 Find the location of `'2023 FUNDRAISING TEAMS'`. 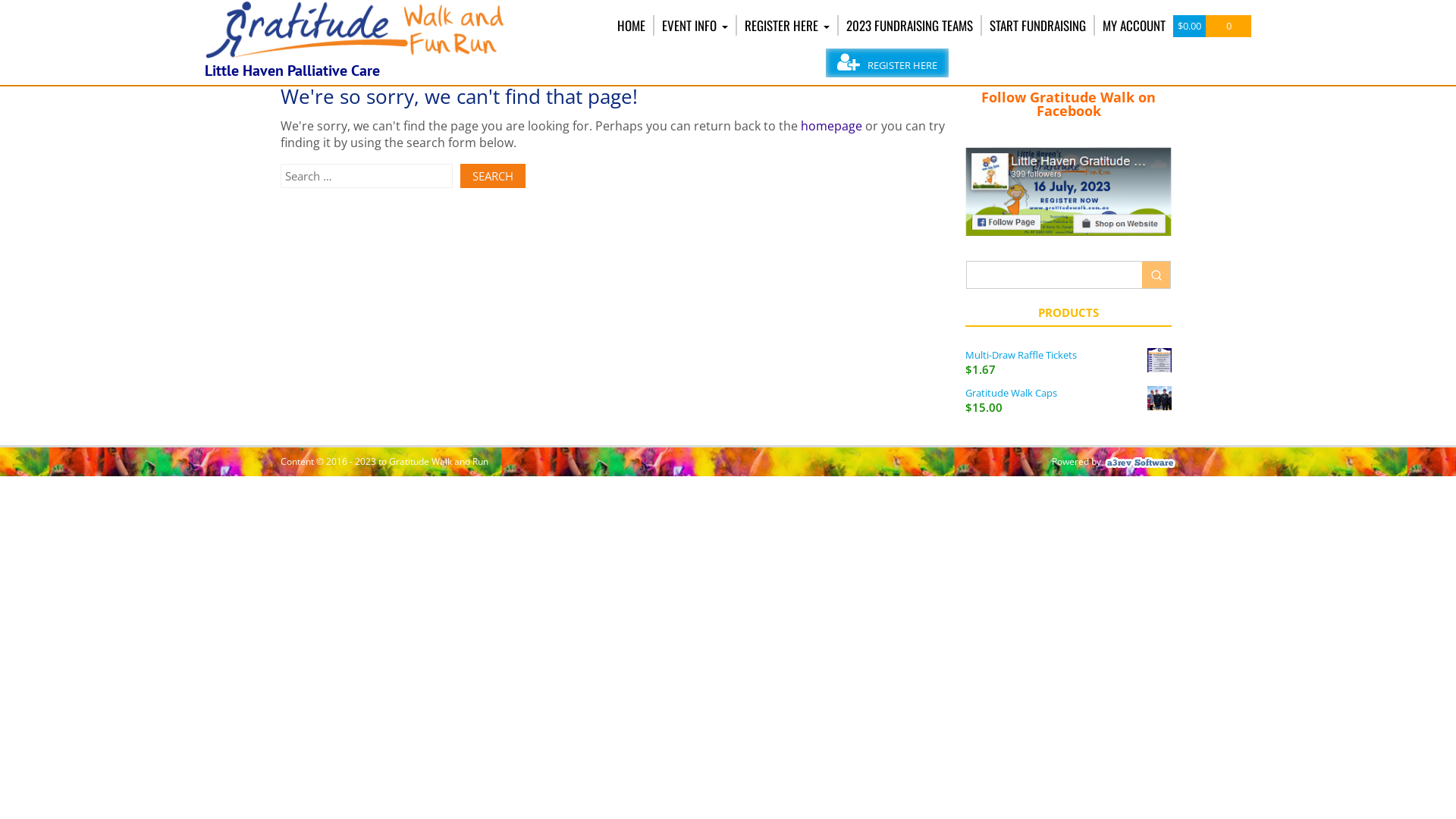

'2023 FUNDRAISING TEAMS' is located at coordinates (837, 25).